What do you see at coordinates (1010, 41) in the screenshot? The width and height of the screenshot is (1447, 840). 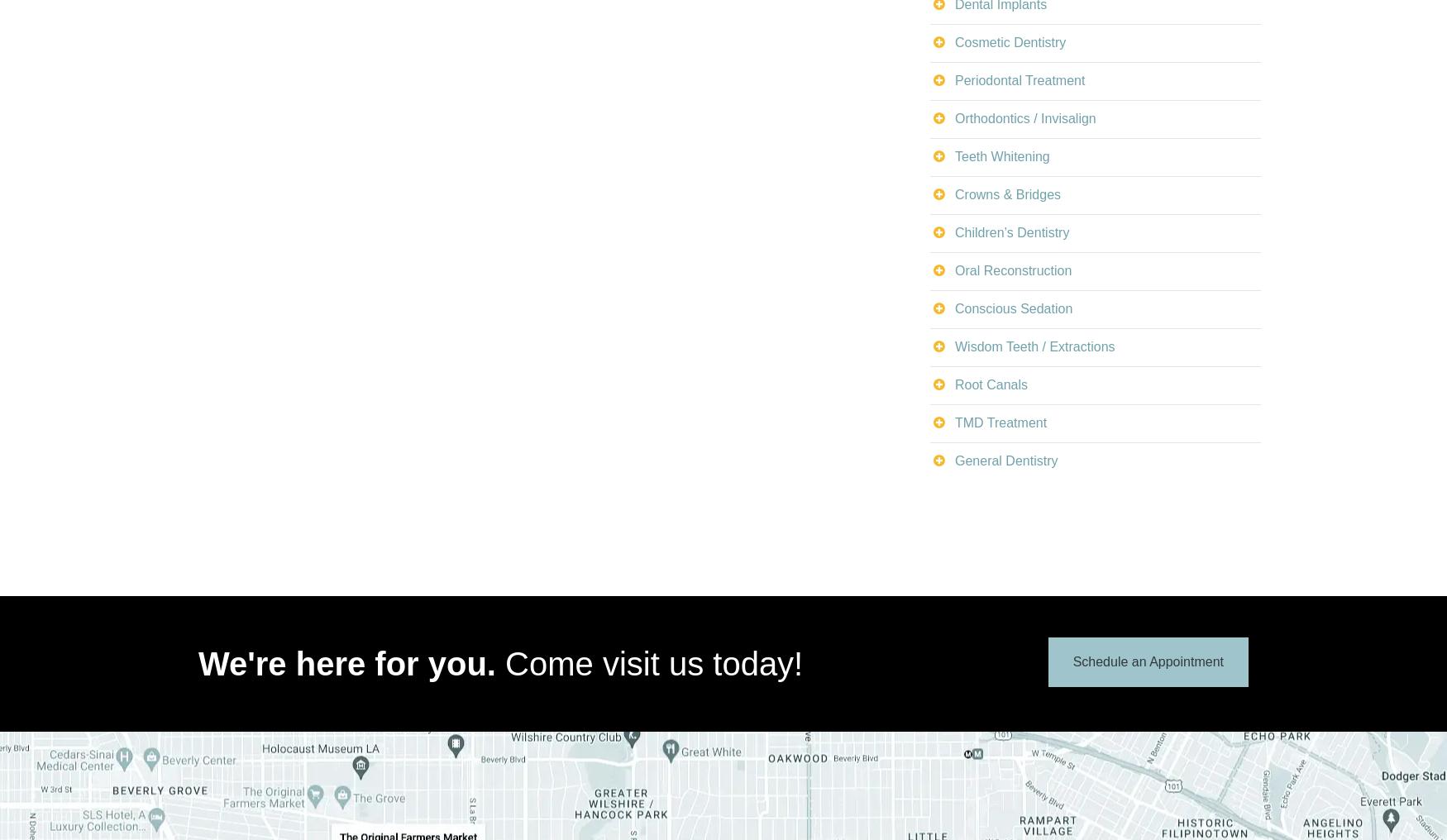 I see `'Cosmetic Dentistry'` at bounding box center [1010, 41].